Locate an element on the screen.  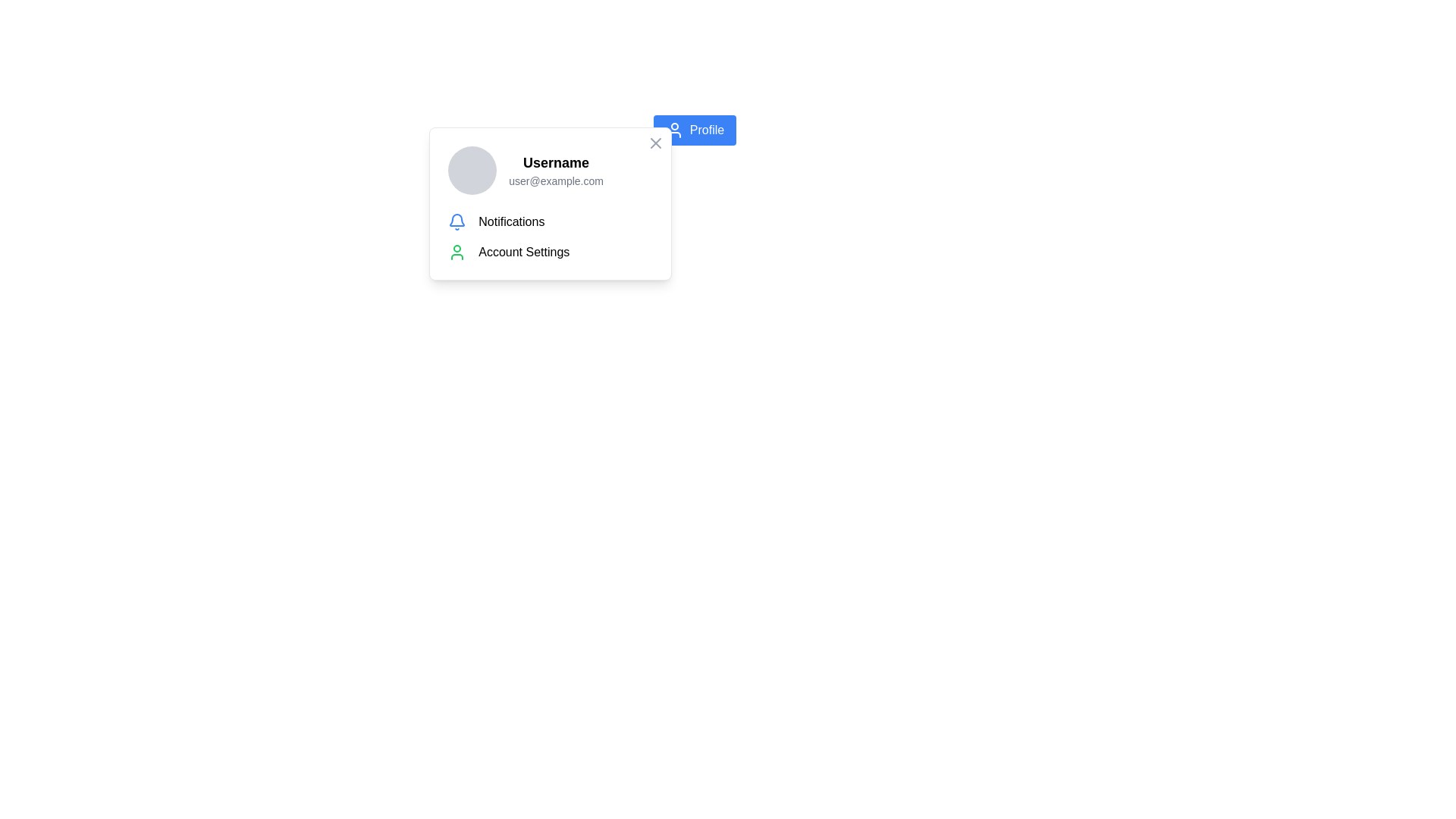
the Information Display that shows the username 'Username' and email 'user@example.com', located inside the profile drop-down panel to the right of the avatar icon is located at coordinates (555, 170).